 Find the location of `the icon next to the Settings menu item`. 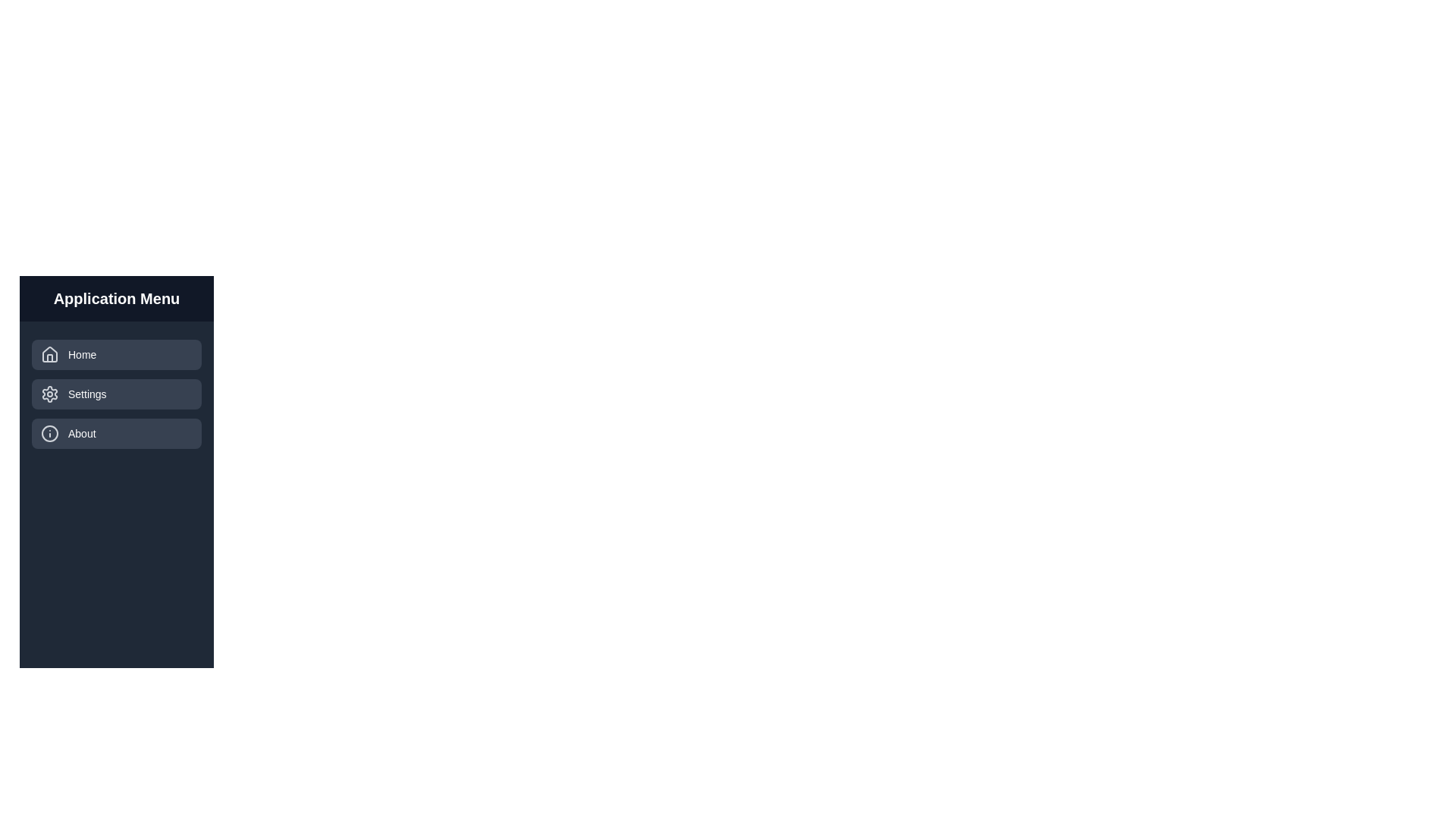

the icon next to the Settings menu item is located at coordinates (50, 394).